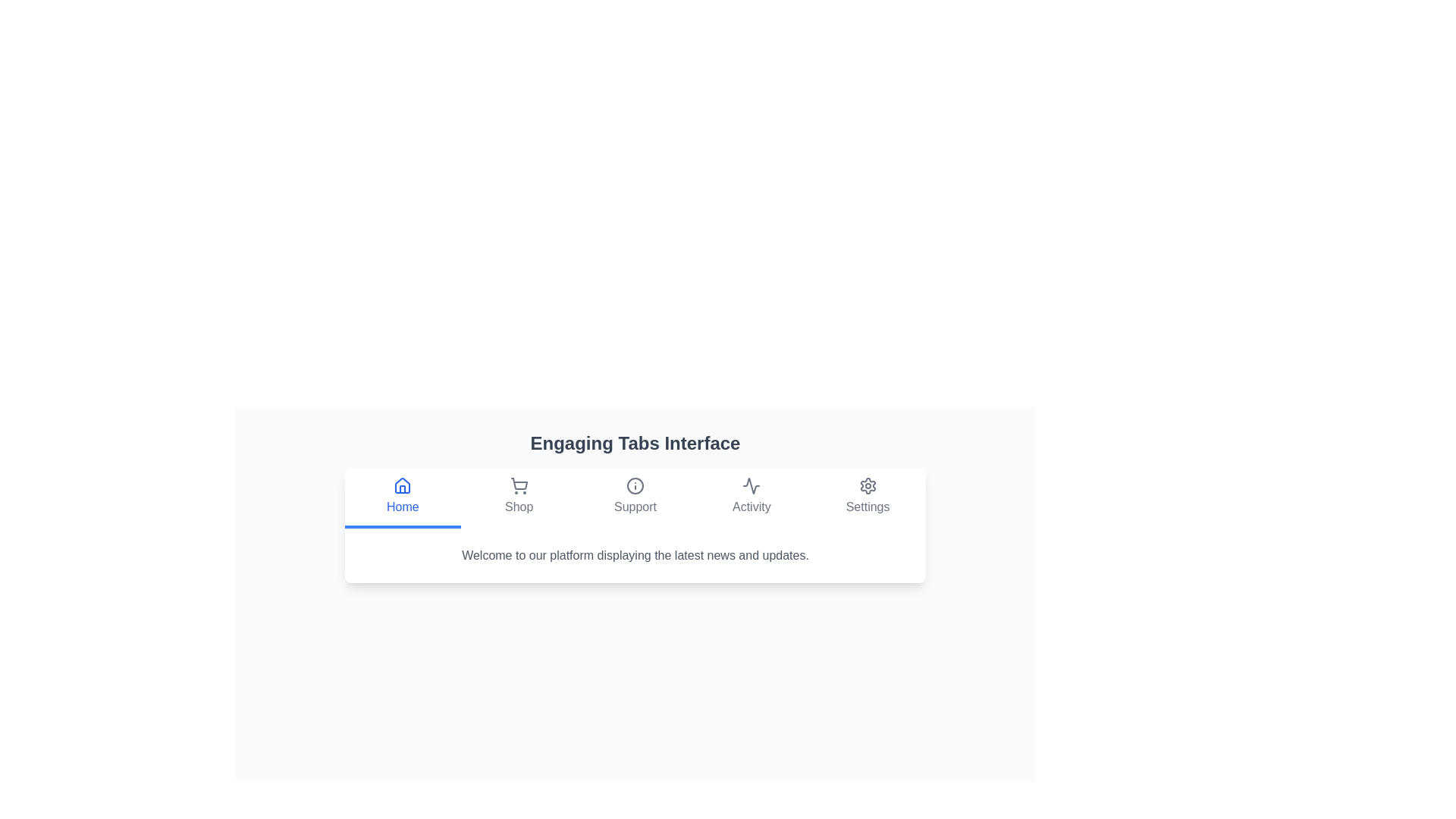 This screenshot has width=1456, height=819. Describe the element at coordinates (635, 497) in the screenshot. I see `the 'Support' navigation tab located in the horizontal navigation bar` at that location.